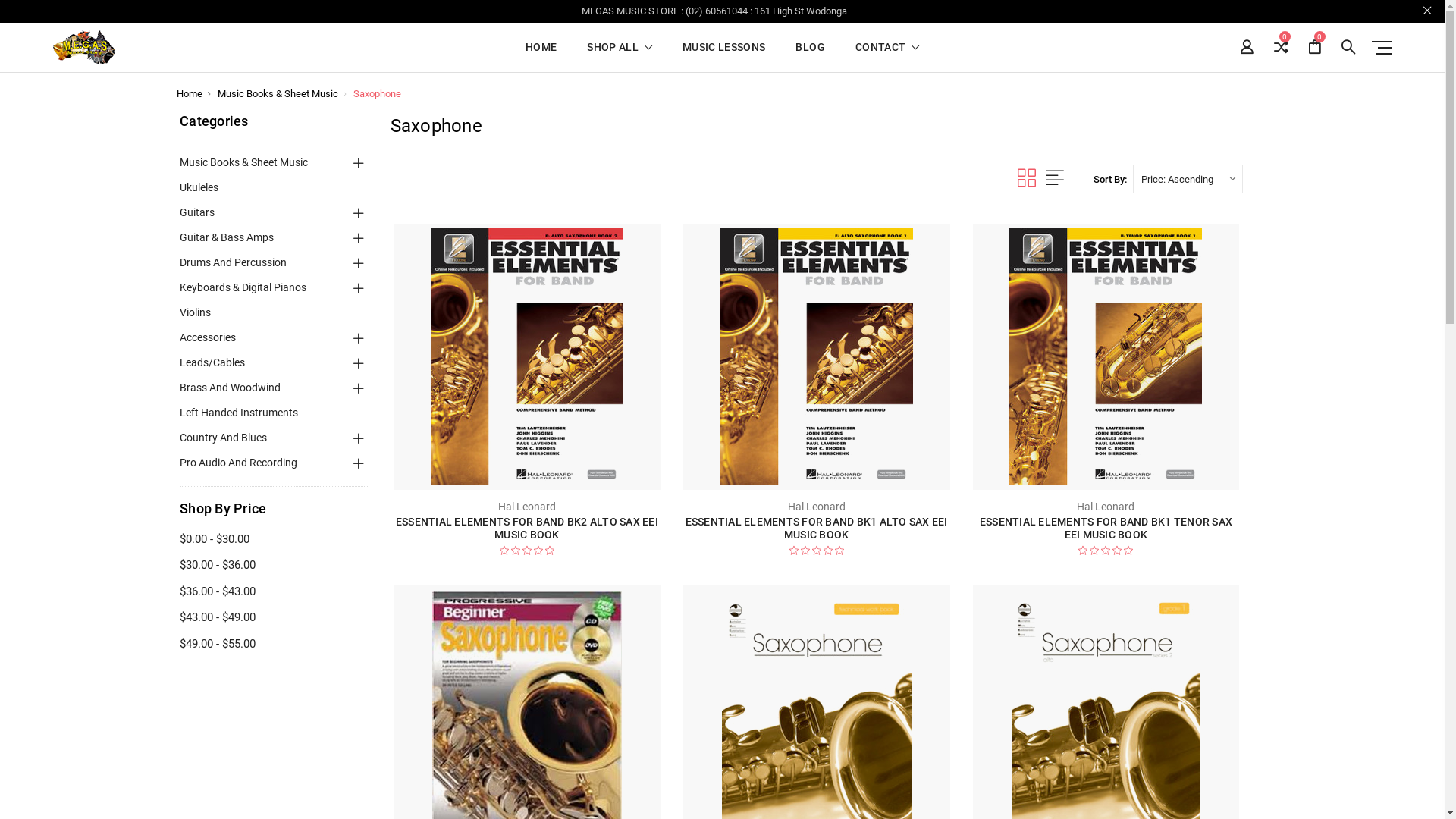 The image size is (1456, 819). Describe the element at coordinates (179, 262) in the screenshot. I see `'Drums And Percussion'` at that location.